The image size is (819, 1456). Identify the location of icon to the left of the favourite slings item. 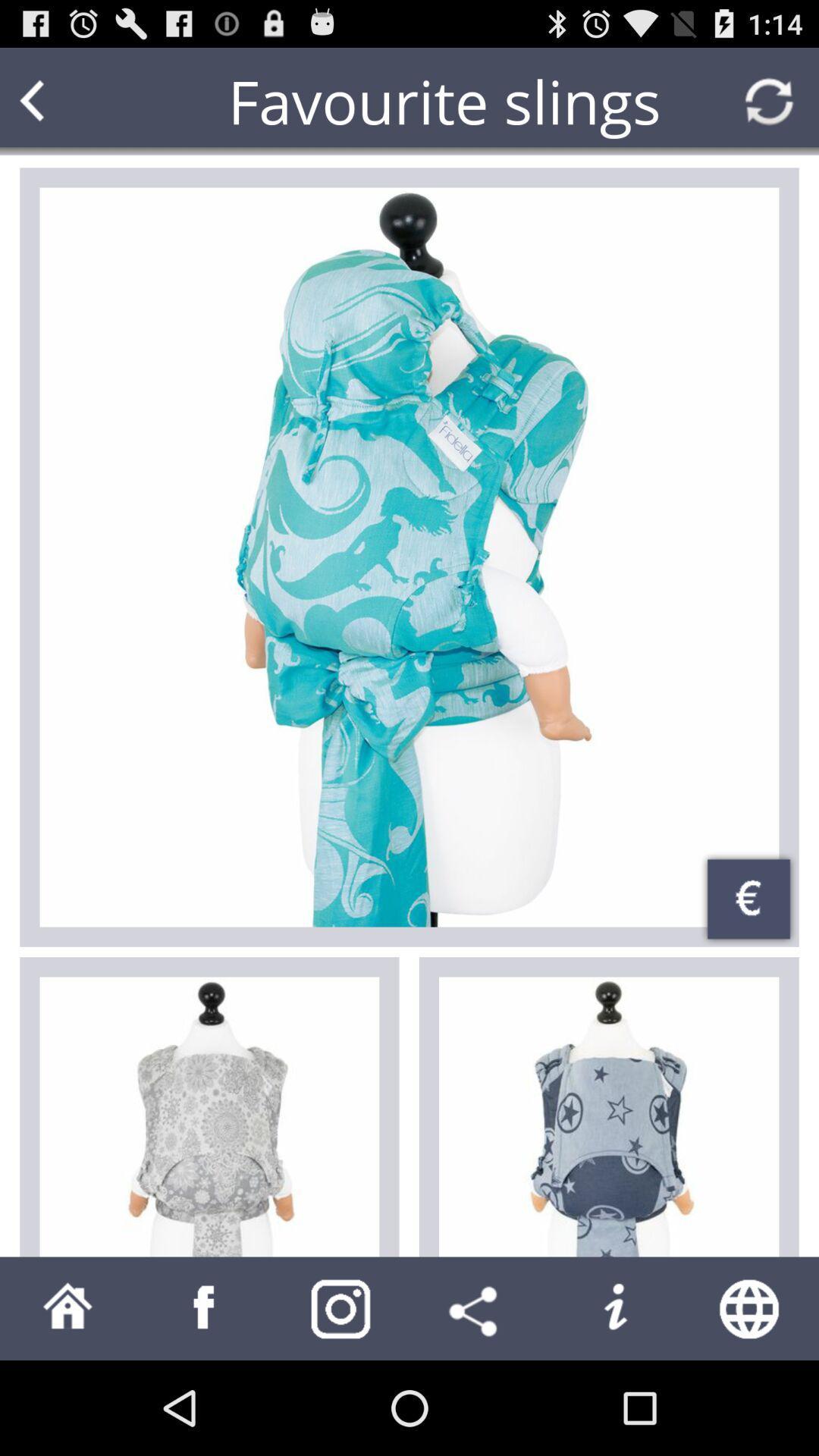
(61, 100).